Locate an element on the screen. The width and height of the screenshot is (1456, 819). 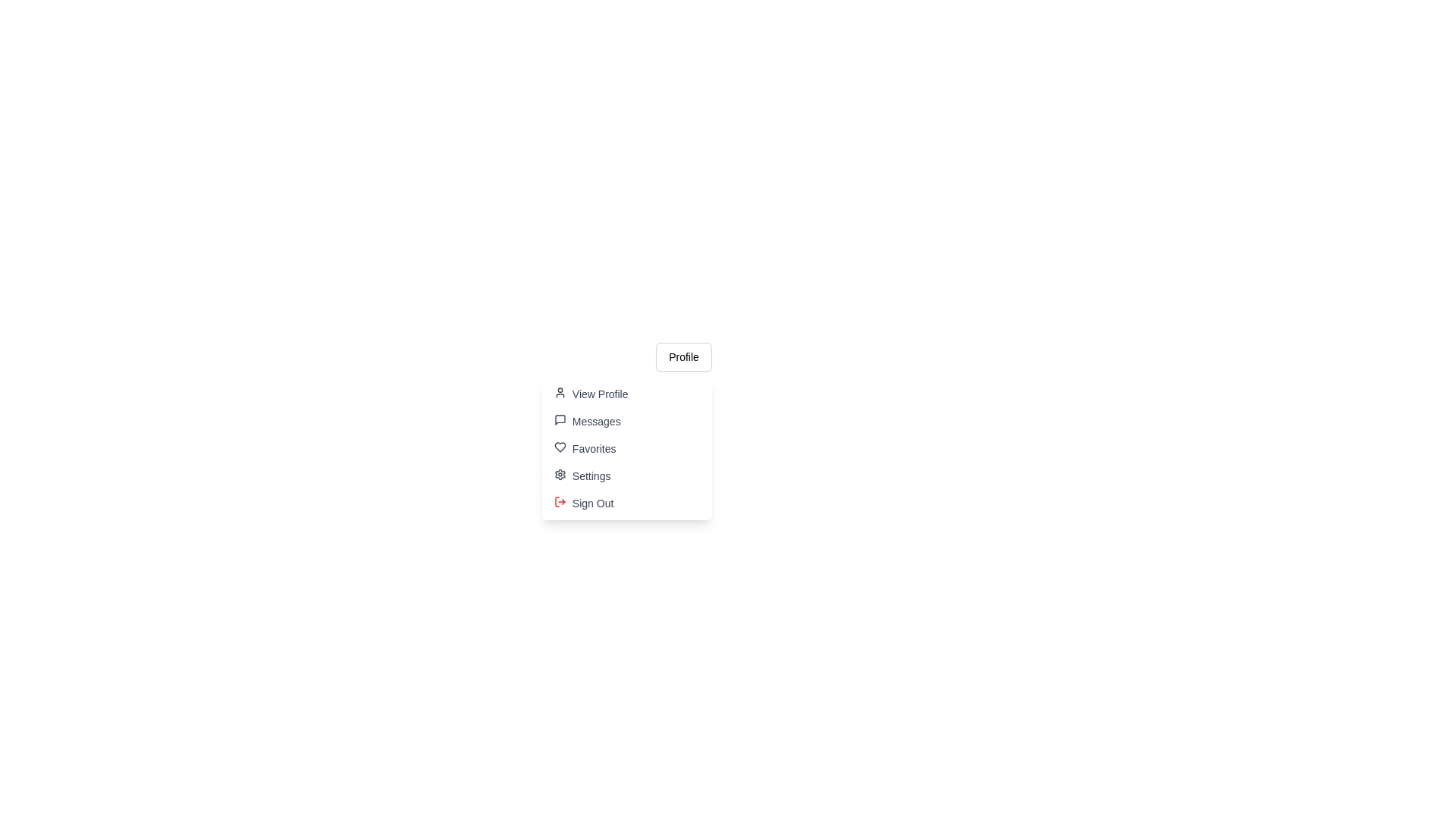
the 'Favorites' option in the dropdown menu located below the 'Profile' button, which is the third item in the list is located at coordinates (626, 447).